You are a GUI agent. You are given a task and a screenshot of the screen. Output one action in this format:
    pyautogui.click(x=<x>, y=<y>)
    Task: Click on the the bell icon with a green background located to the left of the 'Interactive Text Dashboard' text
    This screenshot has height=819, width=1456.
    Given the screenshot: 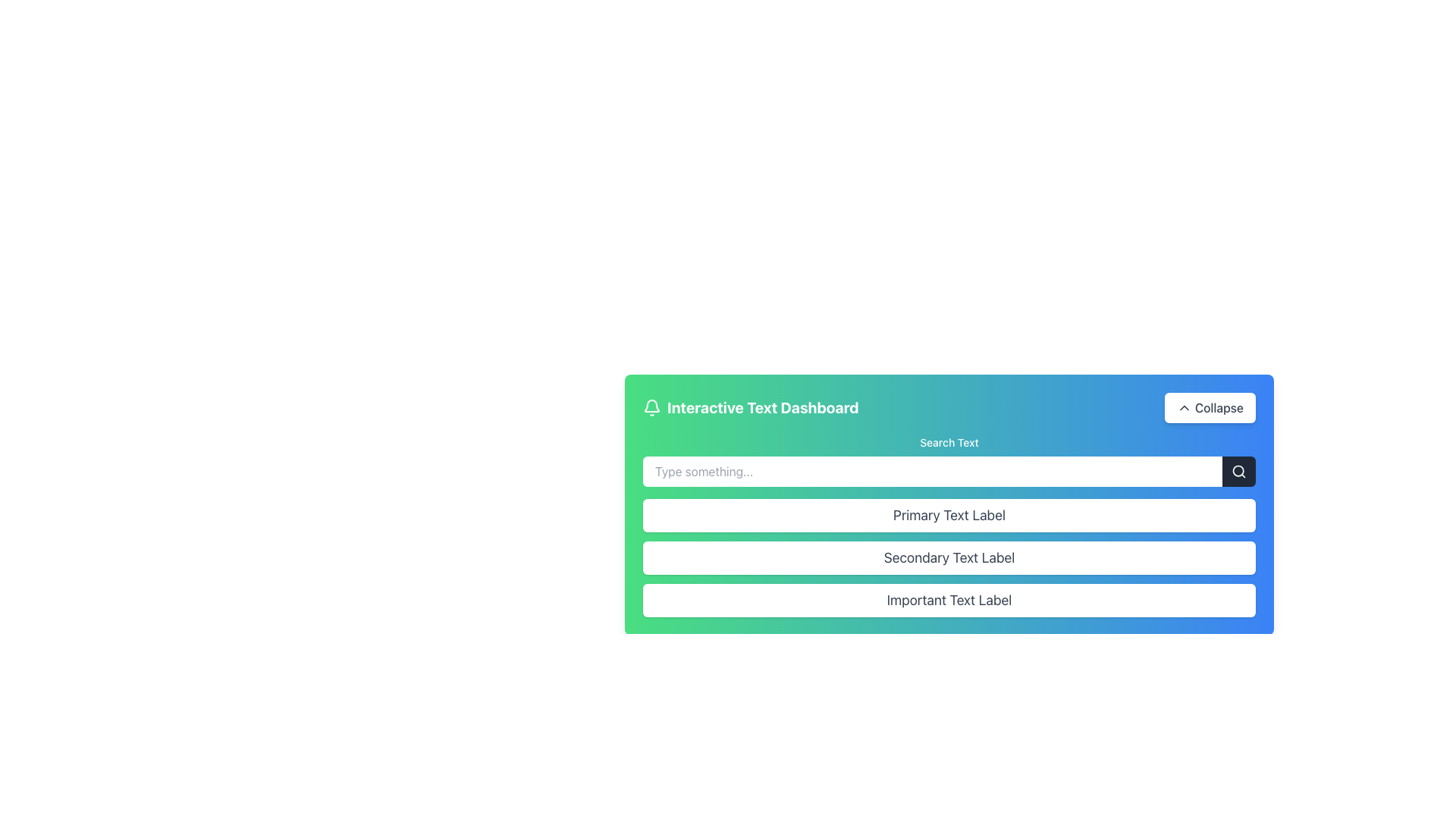 What is the action you would take?
    pyautogui.click(x=651, y=406)
    